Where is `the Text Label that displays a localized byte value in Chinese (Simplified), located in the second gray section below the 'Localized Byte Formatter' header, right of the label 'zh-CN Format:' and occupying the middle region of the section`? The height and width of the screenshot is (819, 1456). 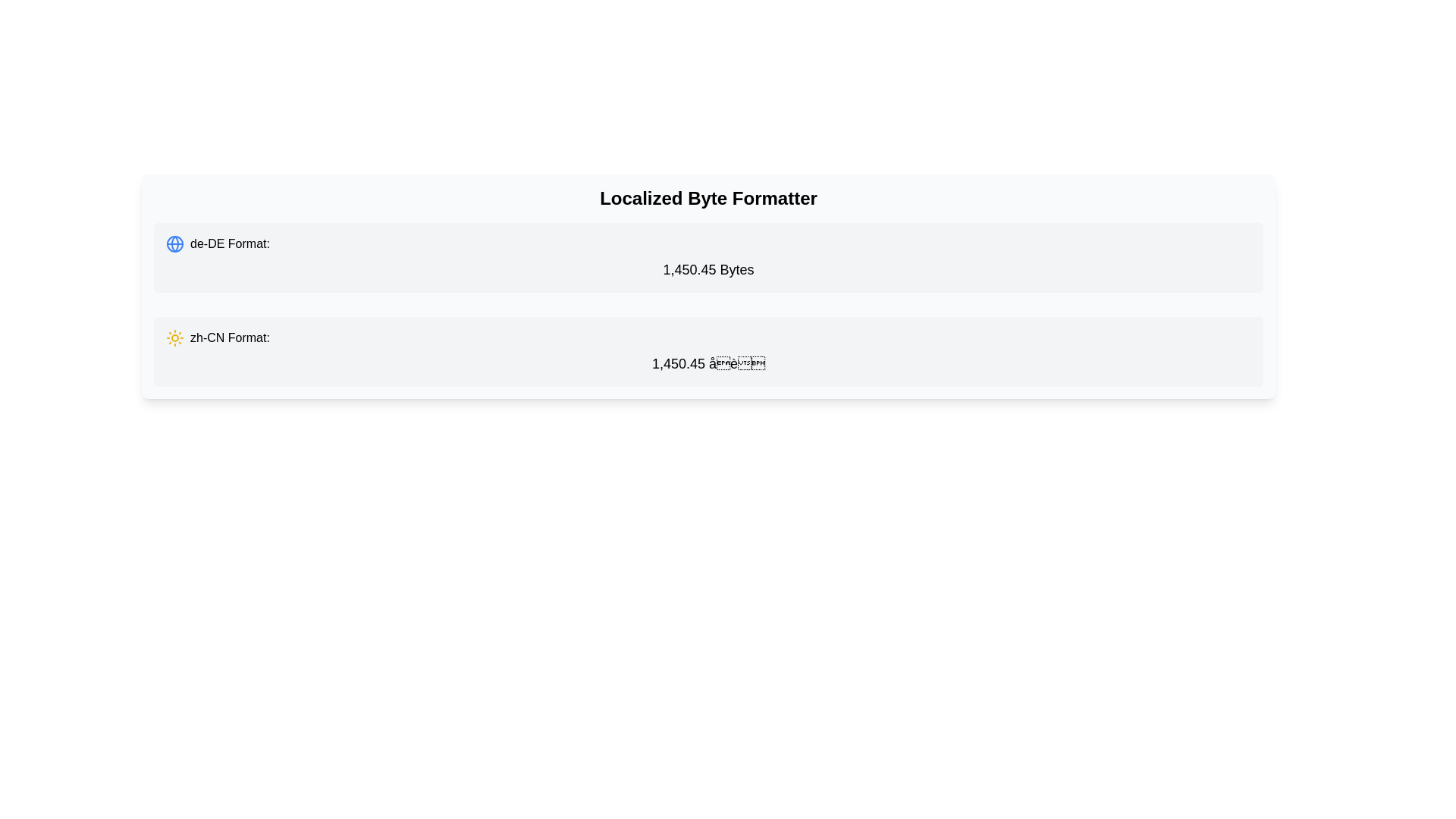
the Text Label that displays a localized byte value in Chinese (Simplified), located in the second gray section below the 'Localized Byte Formatter' header, right of the label 'zh-CN Format:' and occupying the middle region of the section is located at coordinates (708, 363).